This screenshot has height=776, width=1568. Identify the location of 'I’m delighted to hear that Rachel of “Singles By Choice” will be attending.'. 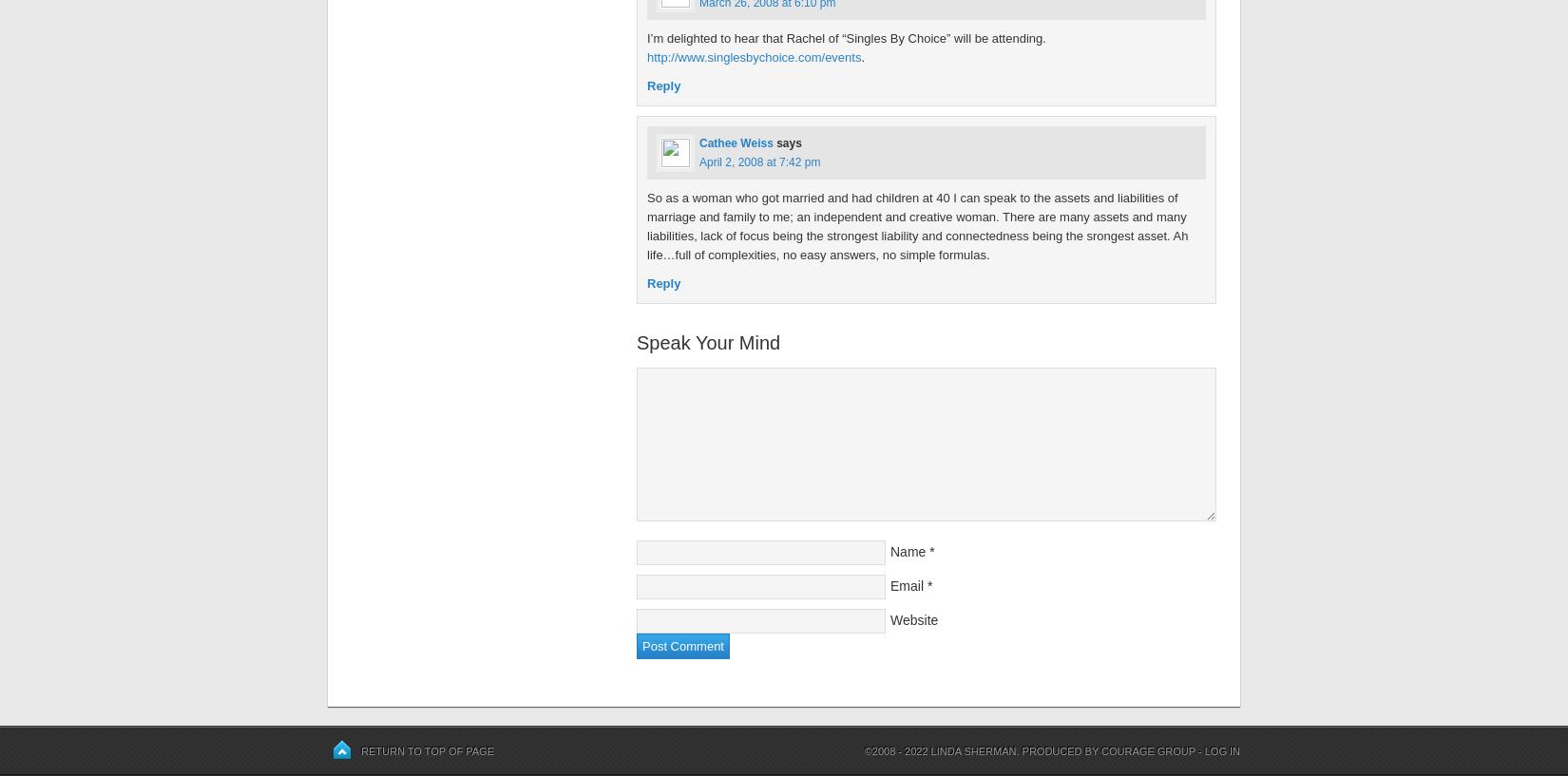
(846, 37).